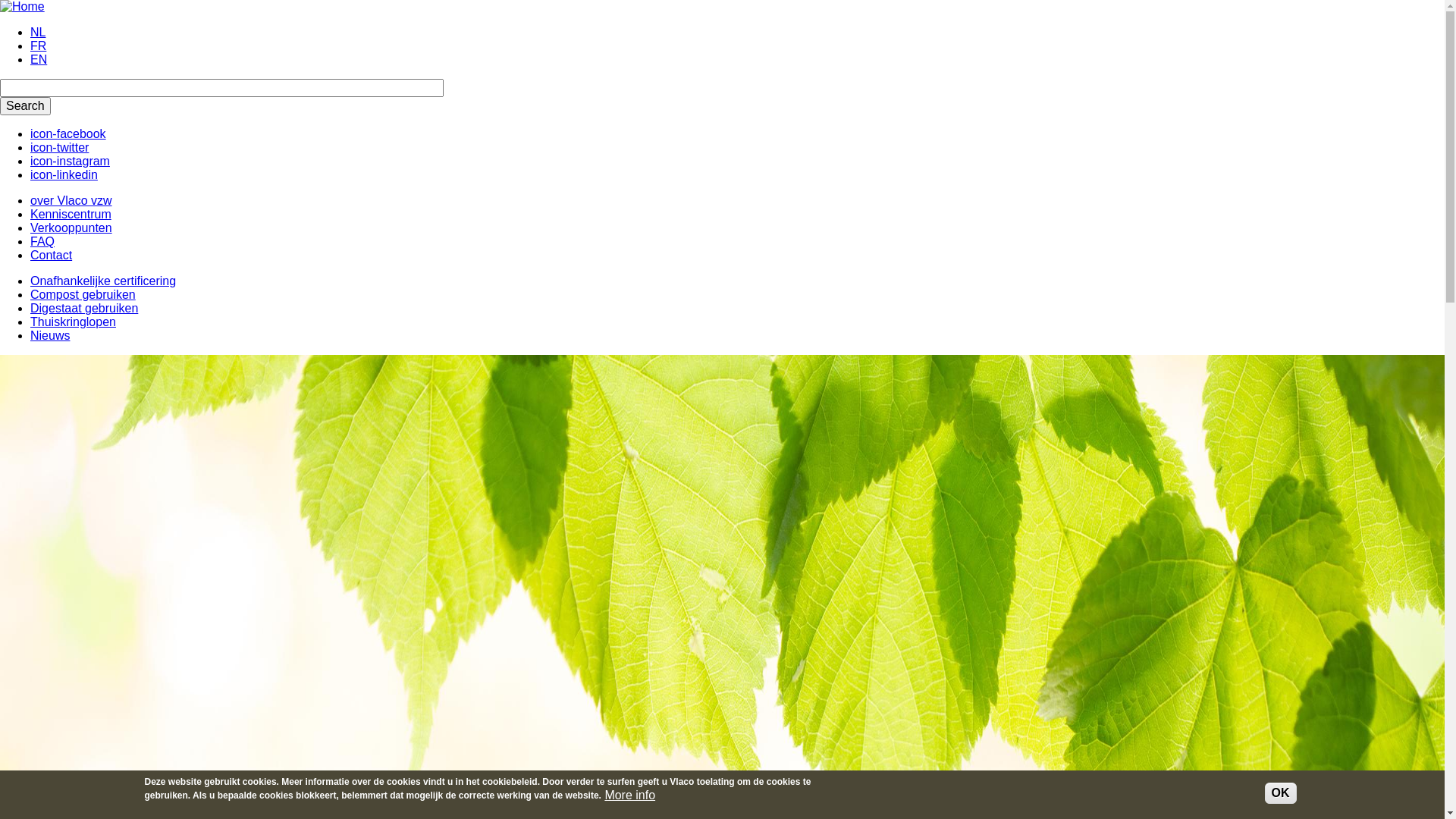 This screenshot has height=819, width=1456. Describe the element at coordinates (30, 133) in the screenshot. I see `'icon-facebook'` at that location.